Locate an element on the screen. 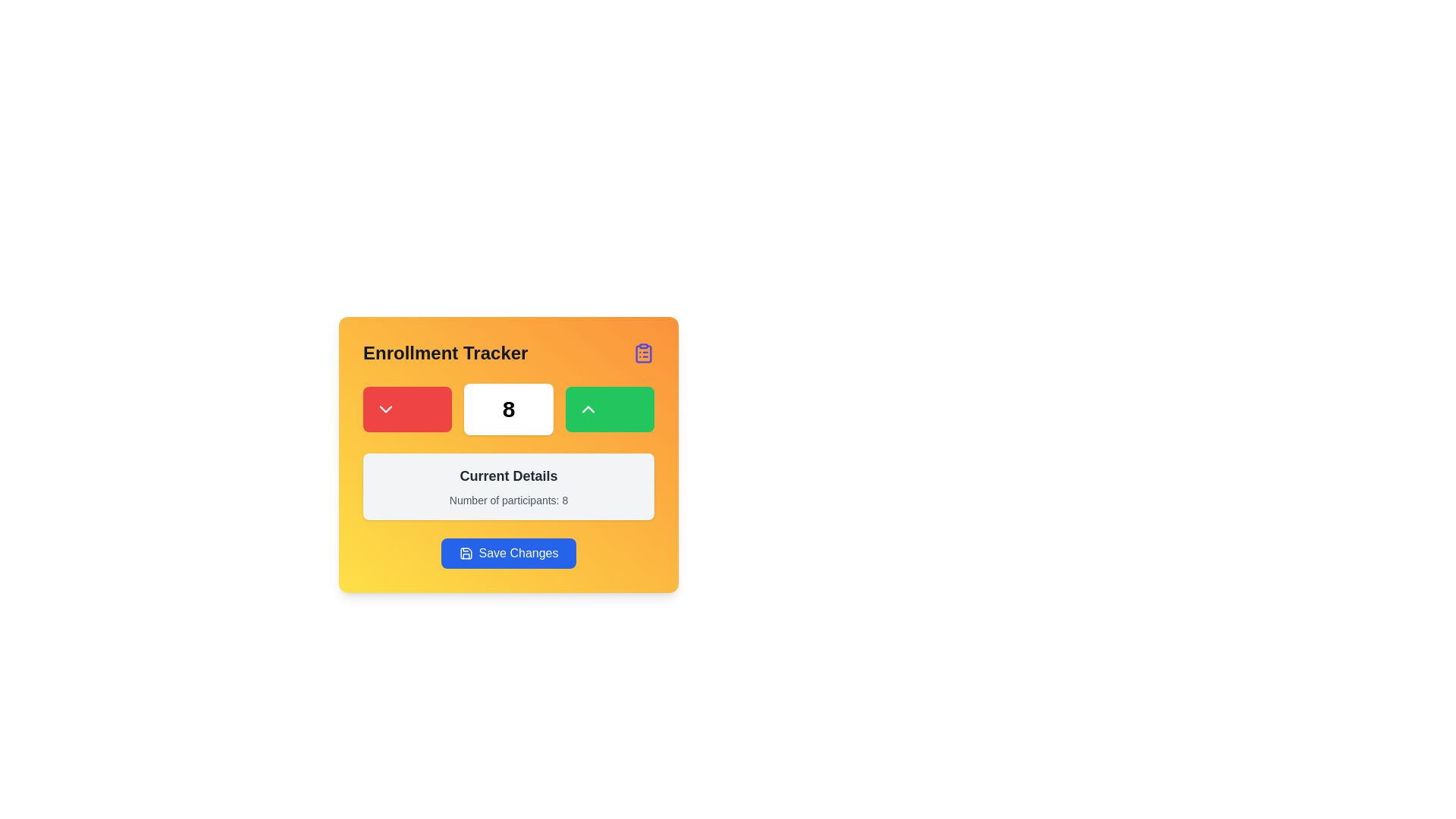  the save button, which features a save disk icon on the left of the 'Save Changes' text is located at coordinates (465, 553).